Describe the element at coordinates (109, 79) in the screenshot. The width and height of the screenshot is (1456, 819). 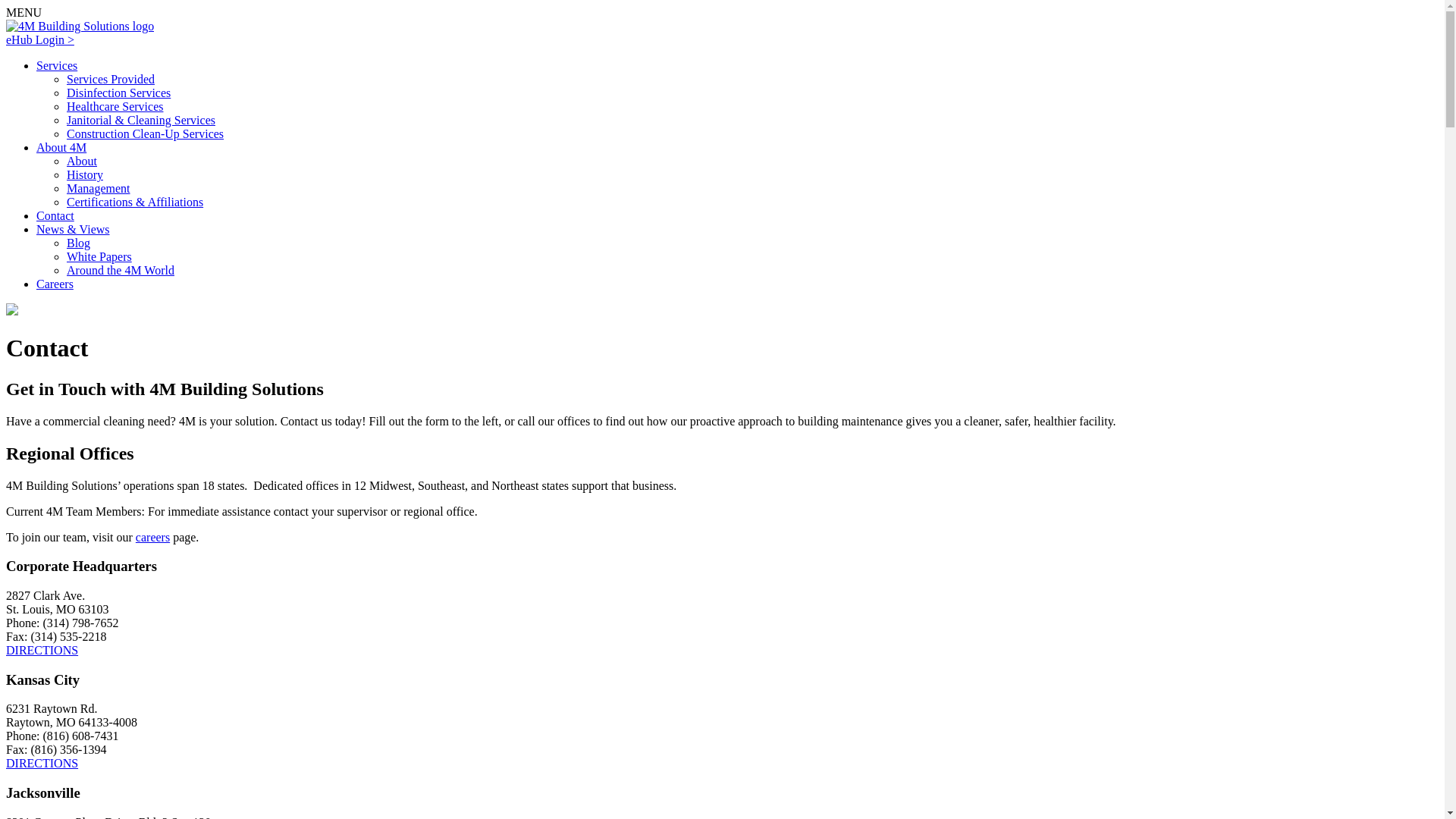
I see `'Services Provided'` at that location.